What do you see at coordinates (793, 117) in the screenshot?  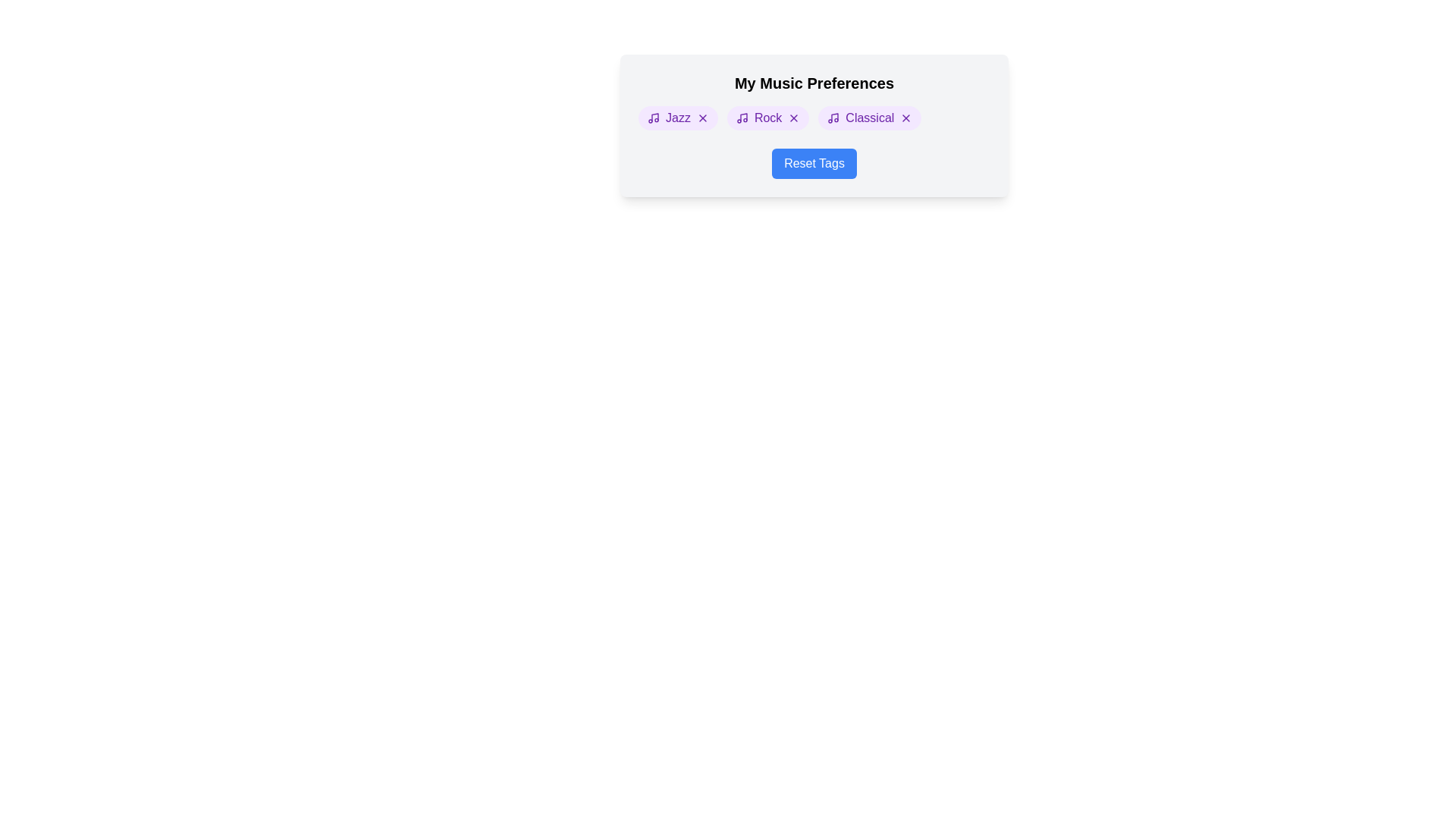 I see `the remove button for the tag Rock to delete it` at bounding box center [793, 117].